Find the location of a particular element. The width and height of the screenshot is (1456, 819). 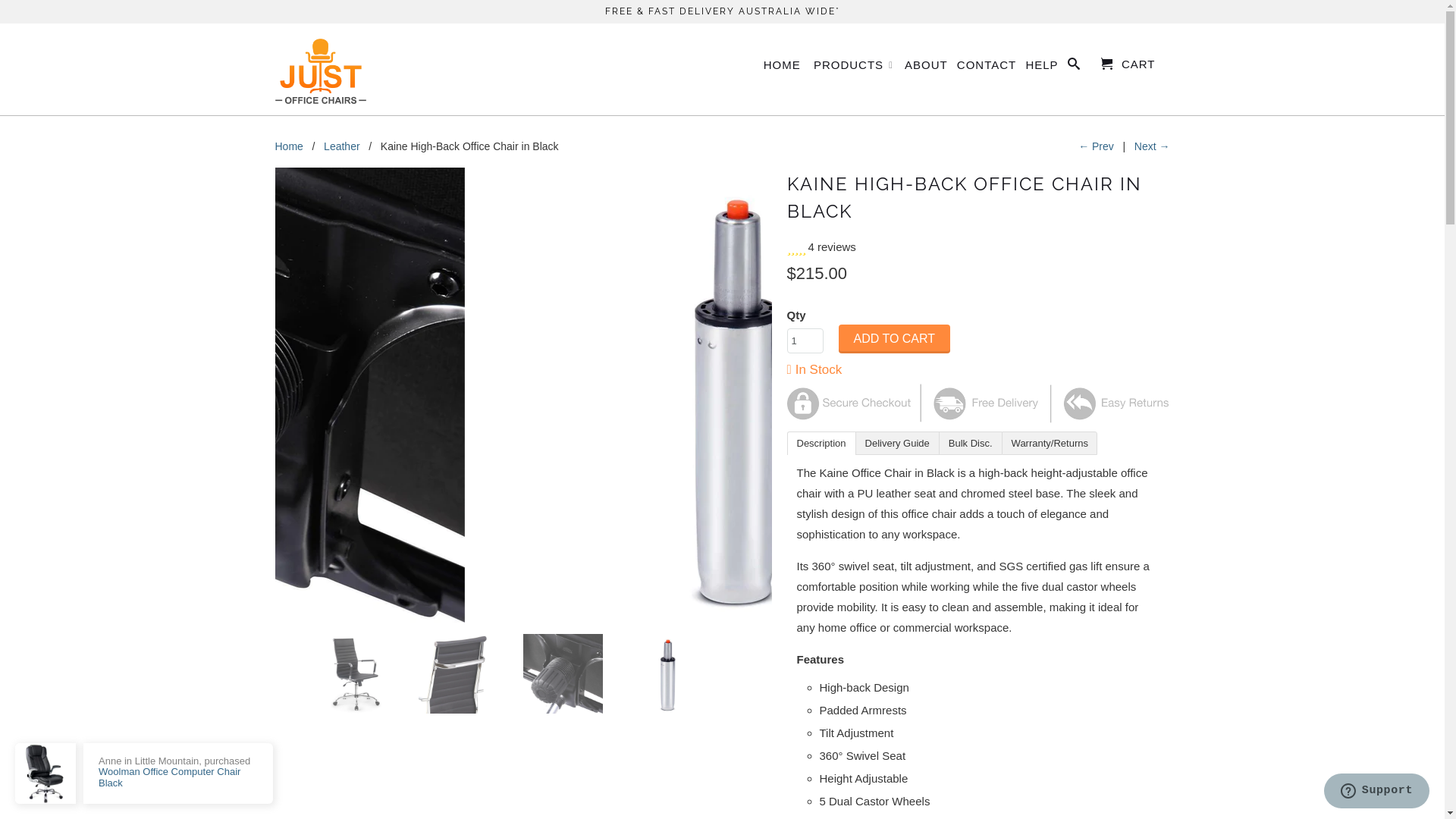

'Home' is located at coordinates (288, 146).